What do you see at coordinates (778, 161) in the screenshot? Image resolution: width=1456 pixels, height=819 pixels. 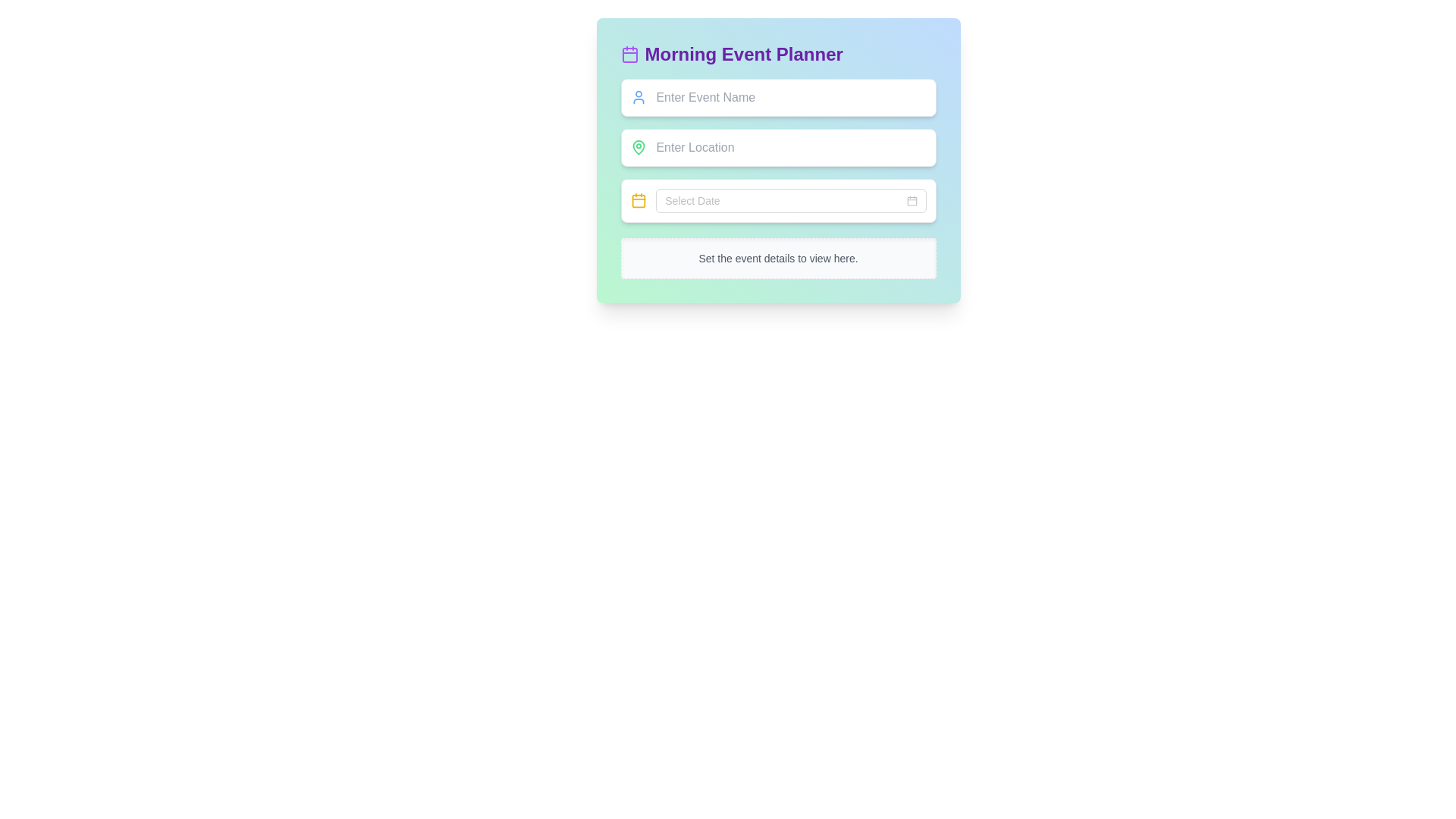 I see `inside the 'Enter Location' text input field` at bounding box center [778, 161].